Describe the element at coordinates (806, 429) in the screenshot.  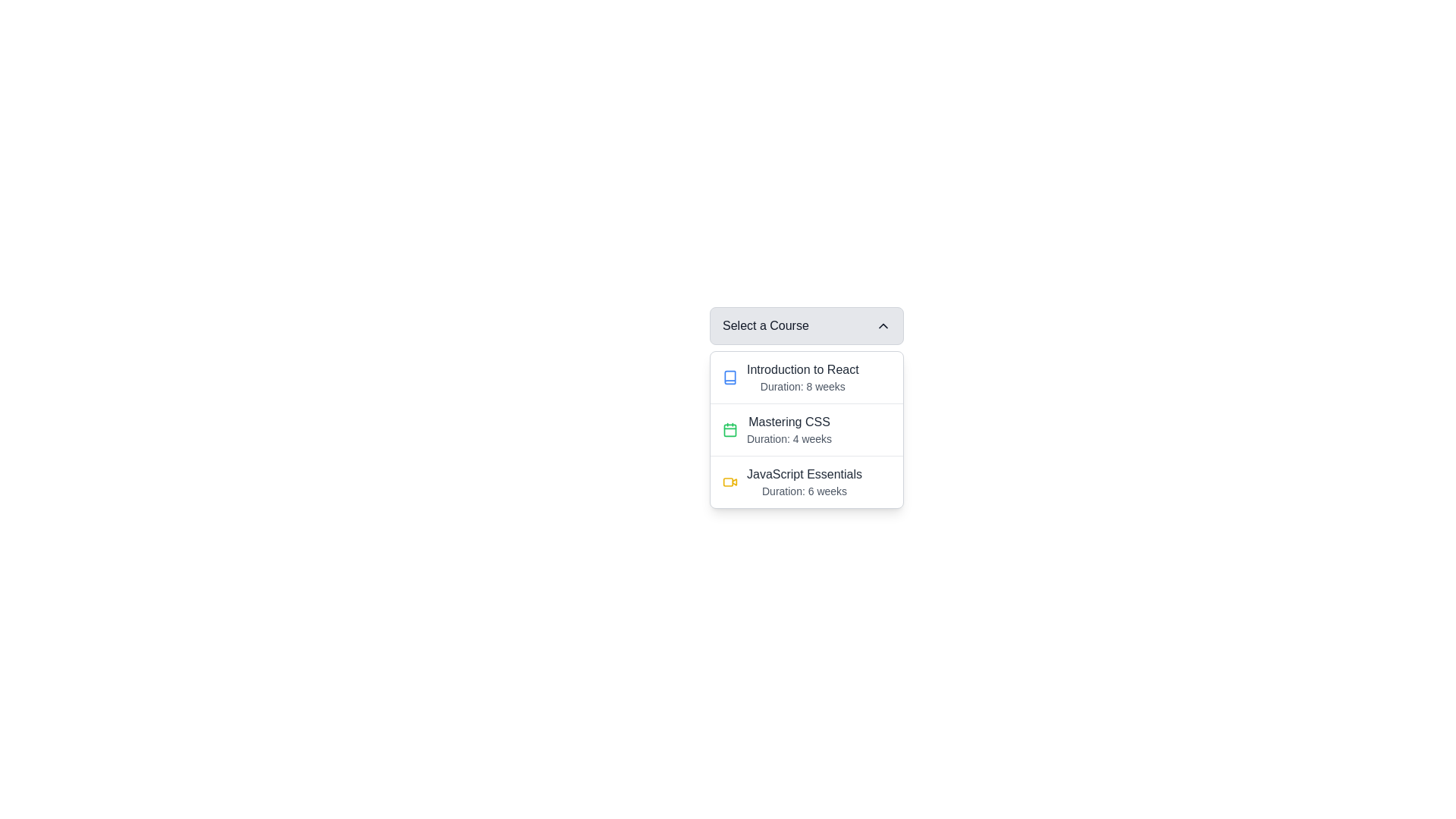
I see `the second course card in the dropdown menu labeled 'Select a Course'` at that location.